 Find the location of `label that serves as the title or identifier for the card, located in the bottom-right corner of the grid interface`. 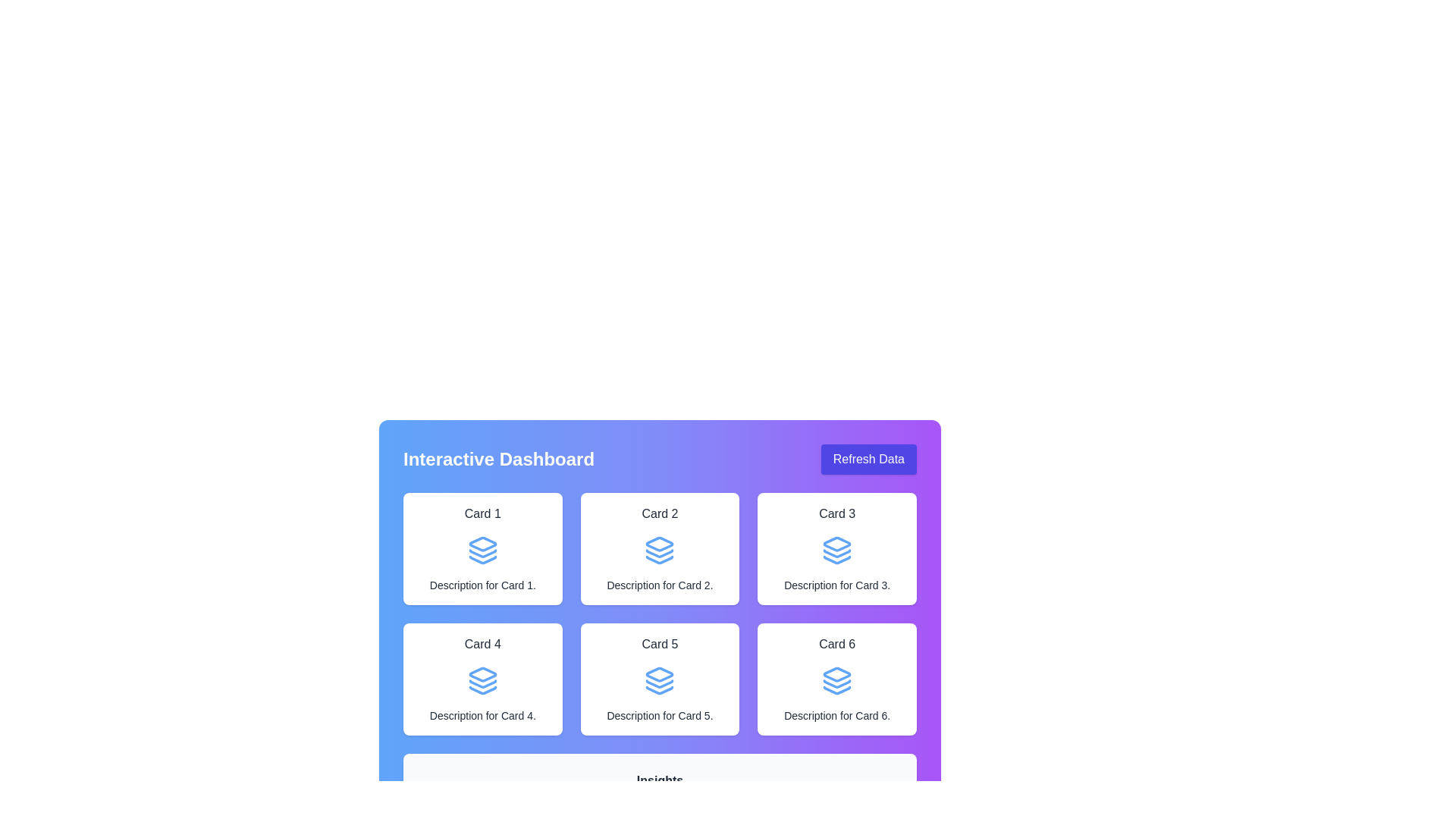

label that serves as the title or identifier for the card, located in the bottom-right corner of the grid interface is located at coordinates (836, 644).